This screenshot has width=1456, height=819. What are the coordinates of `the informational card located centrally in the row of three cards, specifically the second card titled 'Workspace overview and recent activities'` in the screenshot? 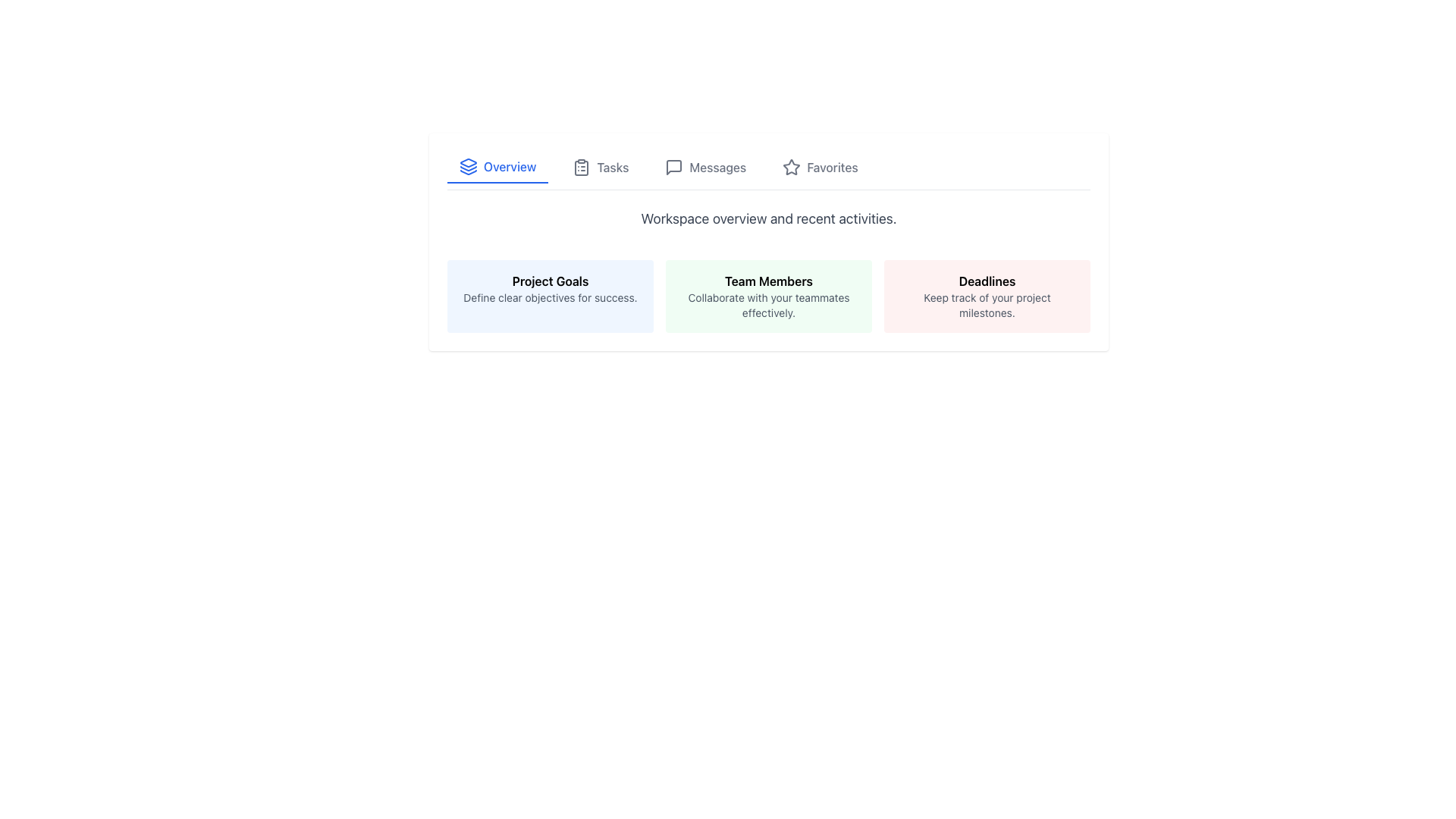 It's located at (768, 296).